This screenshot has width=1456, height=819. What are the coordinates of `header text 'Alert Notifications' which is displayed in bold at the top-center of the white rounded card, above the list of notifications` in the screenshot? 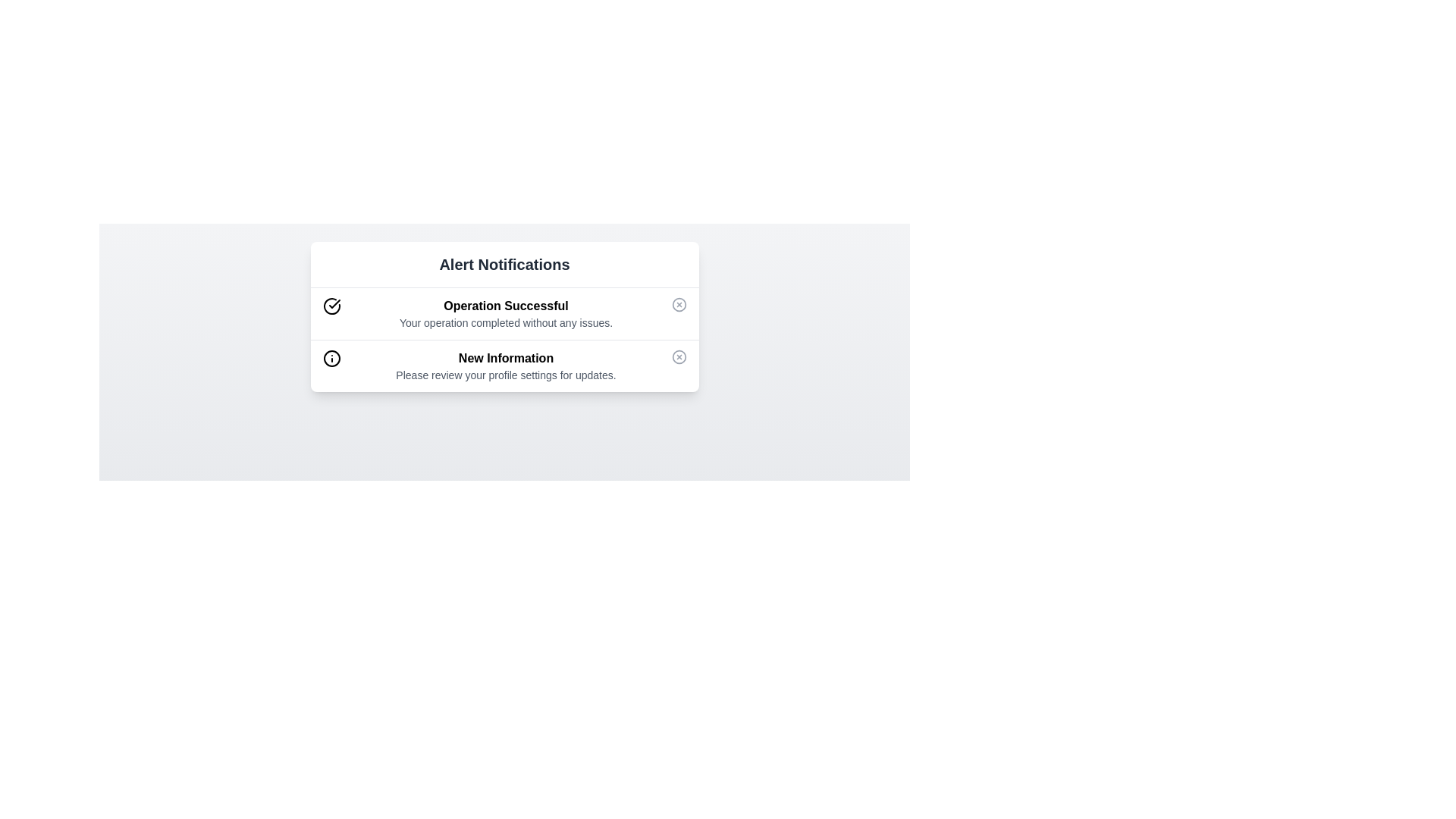 It's located at (504, 264).